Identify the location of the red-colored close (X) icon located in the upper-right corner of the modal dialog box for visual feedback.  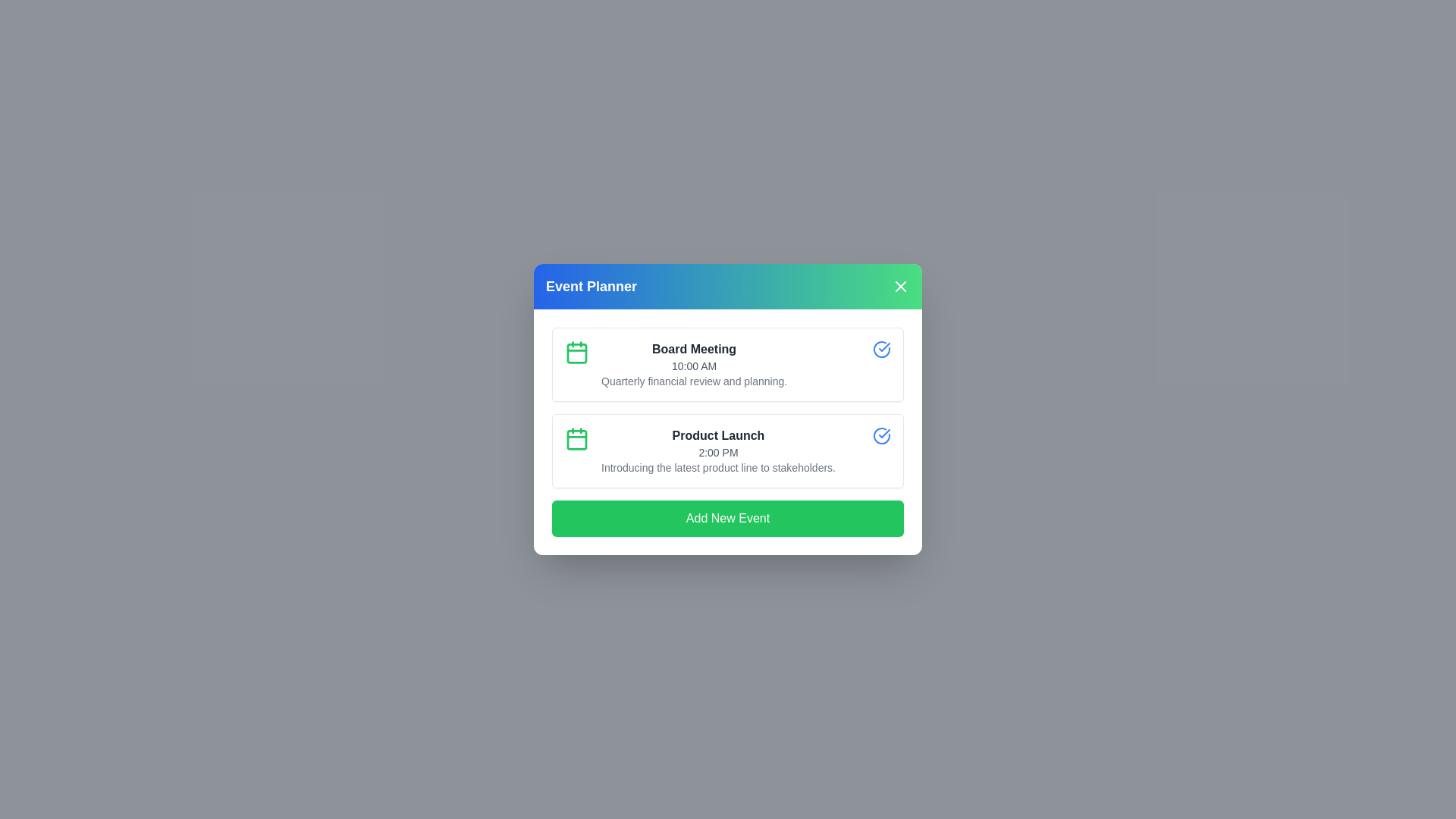
(901, 287).